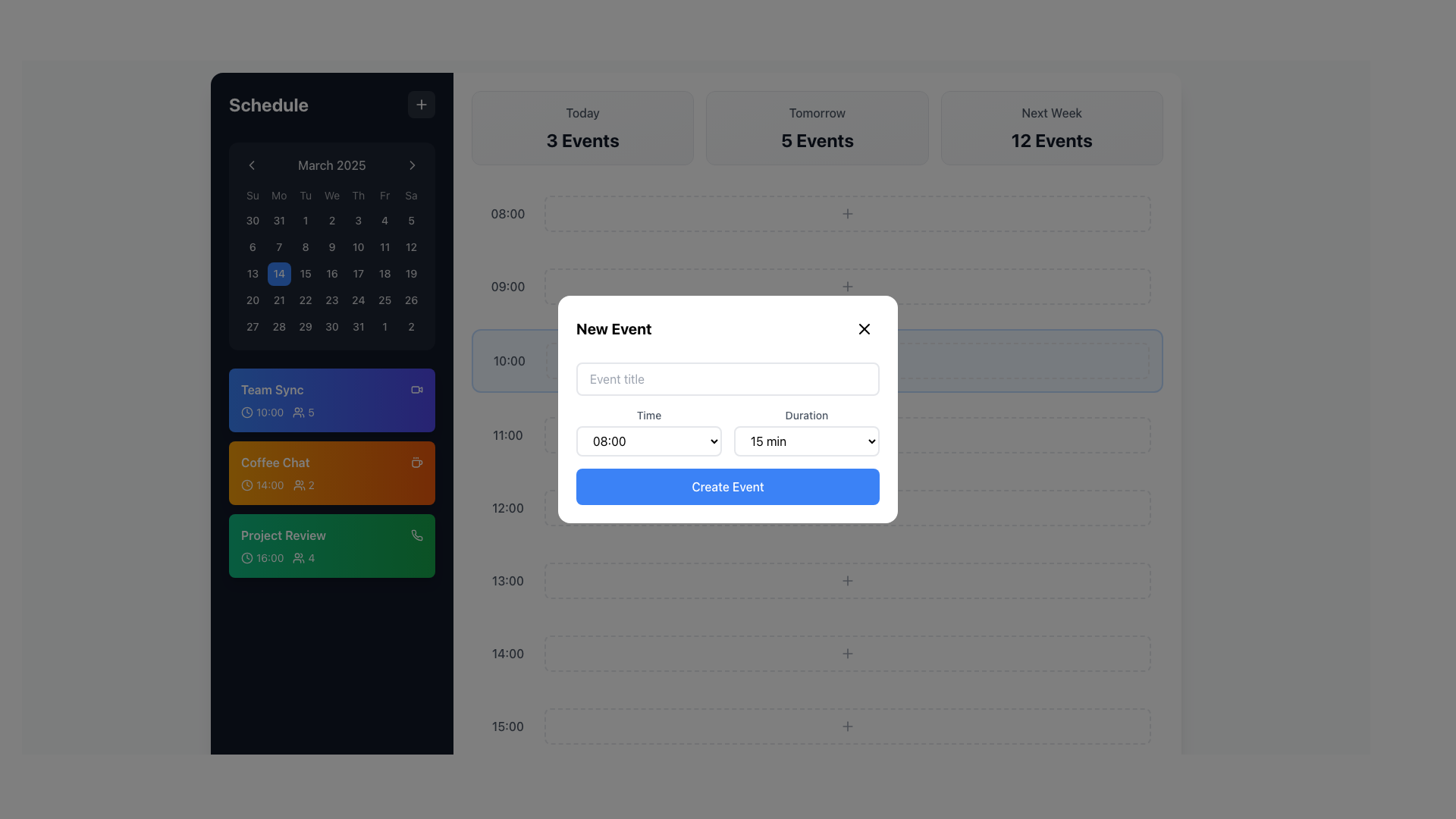 This screenshot has width=1456, height=819. What do you see at coordinates (411, 300) in the screenshot?
I see `the calendar day button for the 26th day, located` at bounding box center [411, 300].